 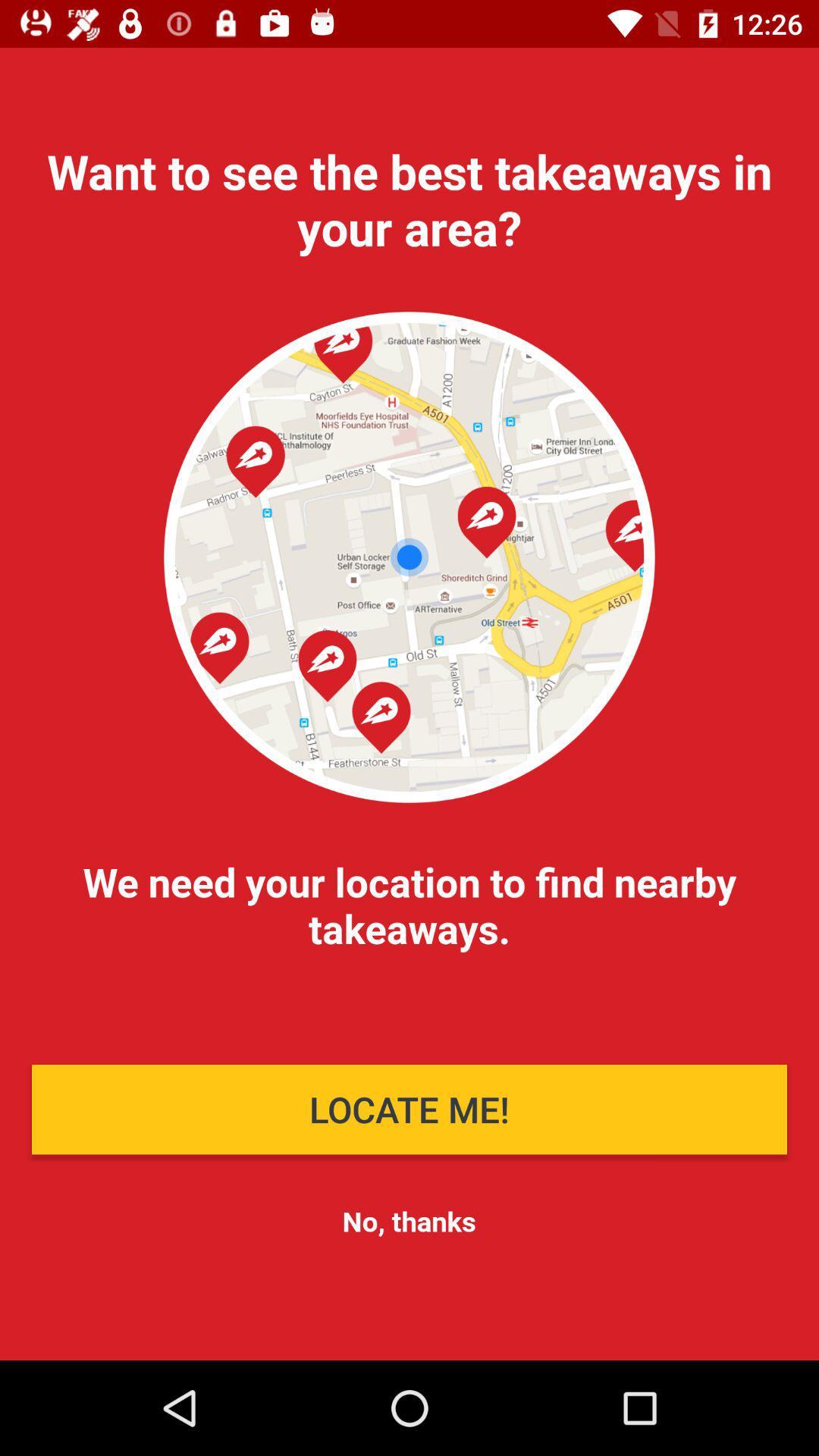 What do you see at coordinates (409, 1109) in the screenshot?
I see `the icon below the we need your item` at bounding box center [409, 1109].